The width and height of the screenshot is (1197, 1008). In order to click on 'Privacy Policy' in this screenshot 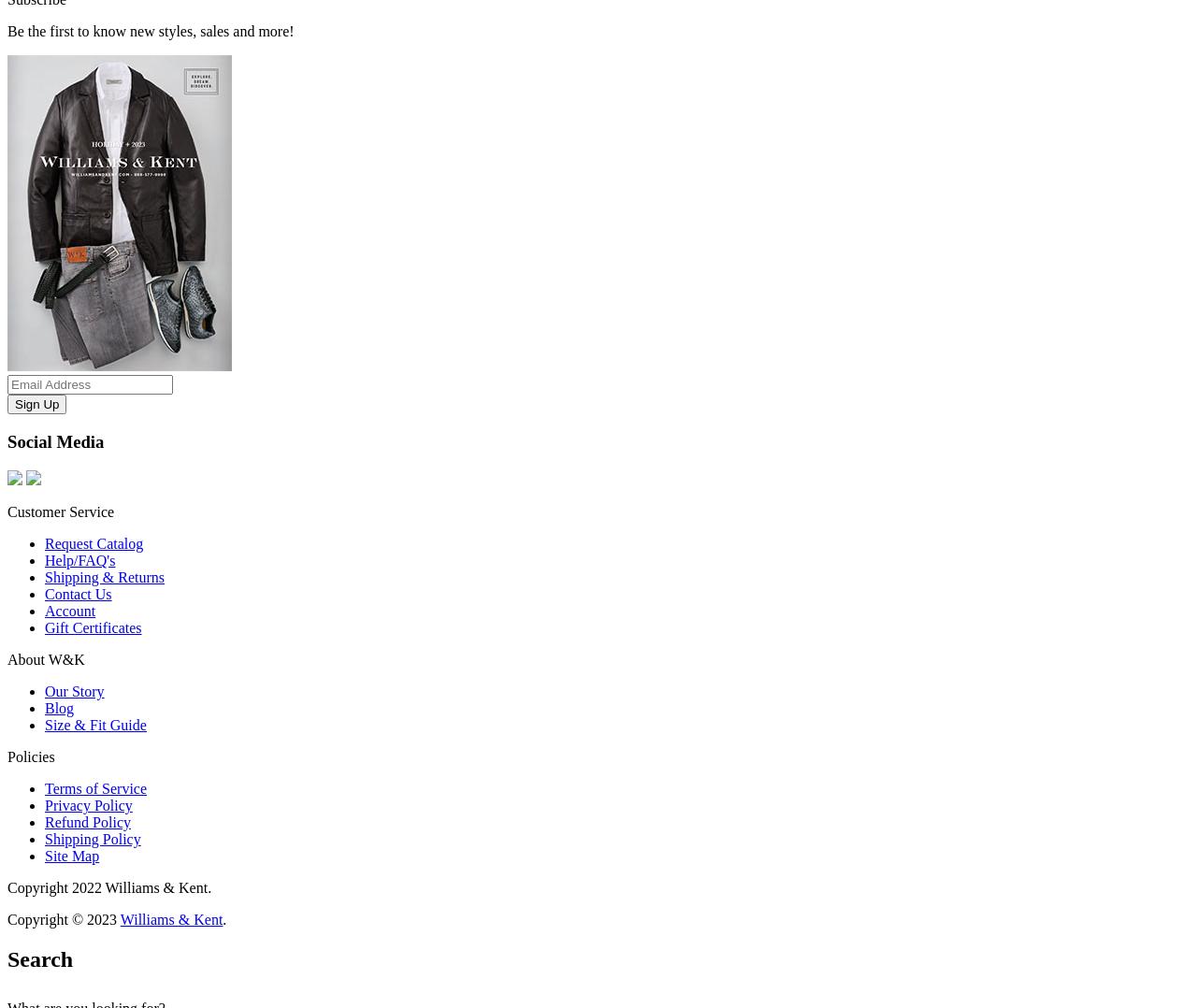, I will do `click(87, 803)`.